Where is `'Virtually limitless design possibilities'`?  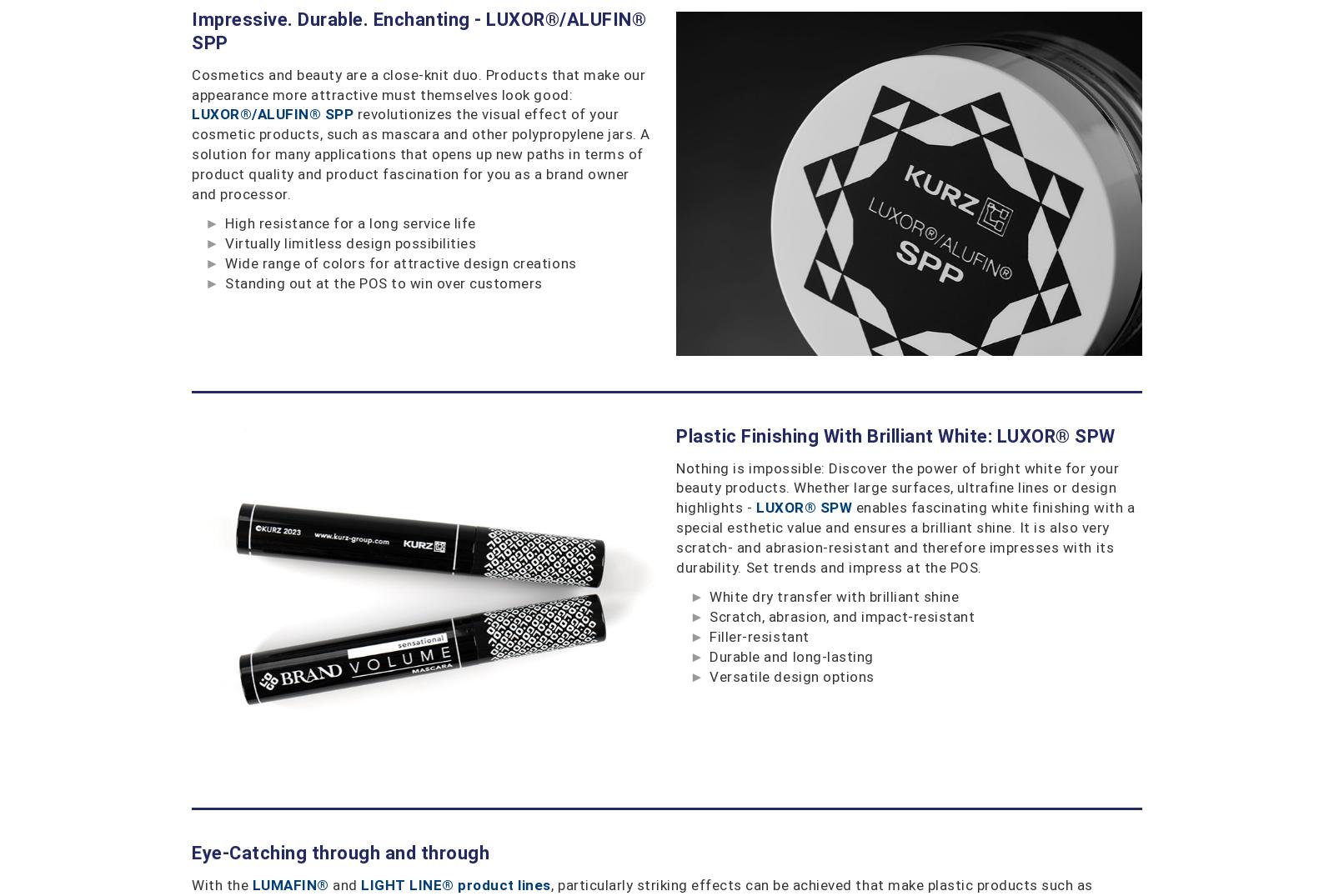
'Virtually limitless design possibilities' is located at coordinates (349, 243).